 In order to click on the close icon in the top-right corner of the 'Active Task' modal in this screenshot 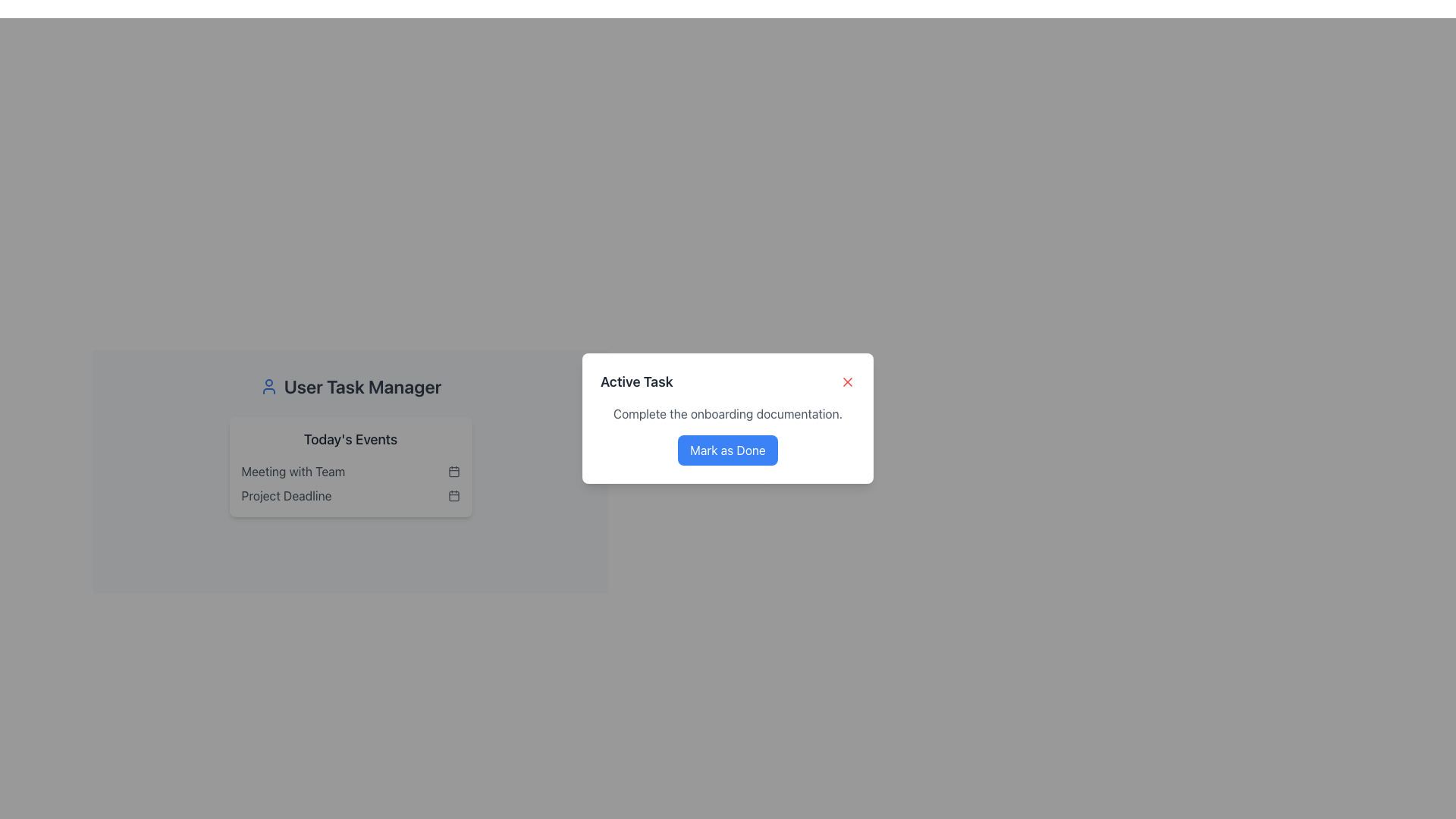, I will do `click(847, 381)`.